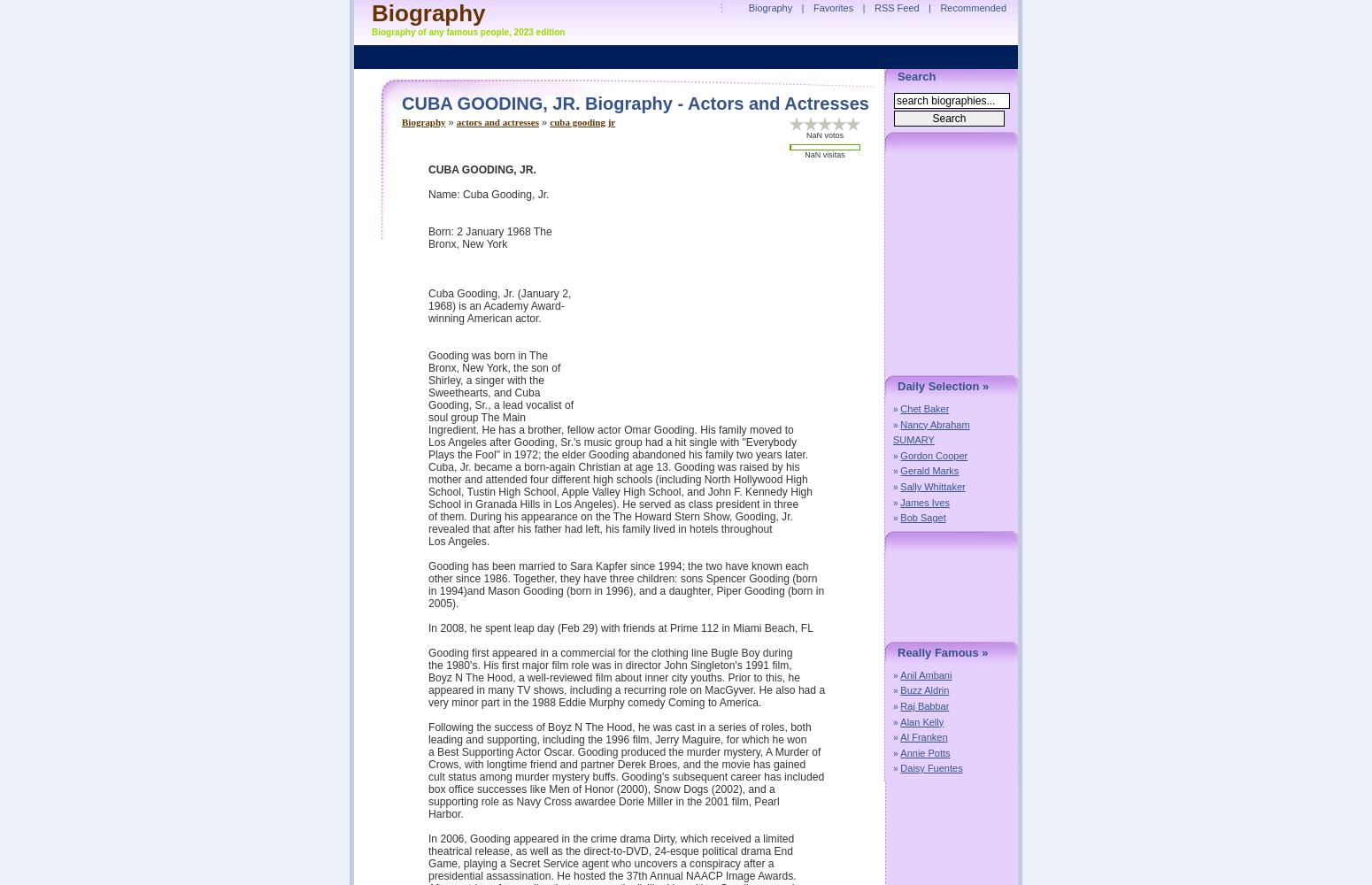 The height and width of the screenshot is (885, 1372). What do you see at coordinates (623, 652) in the screenshot?
I see `'Gooding first appeared in a commercial for the clothing line Bugle Boy during'` at bounding box center [623, 652].